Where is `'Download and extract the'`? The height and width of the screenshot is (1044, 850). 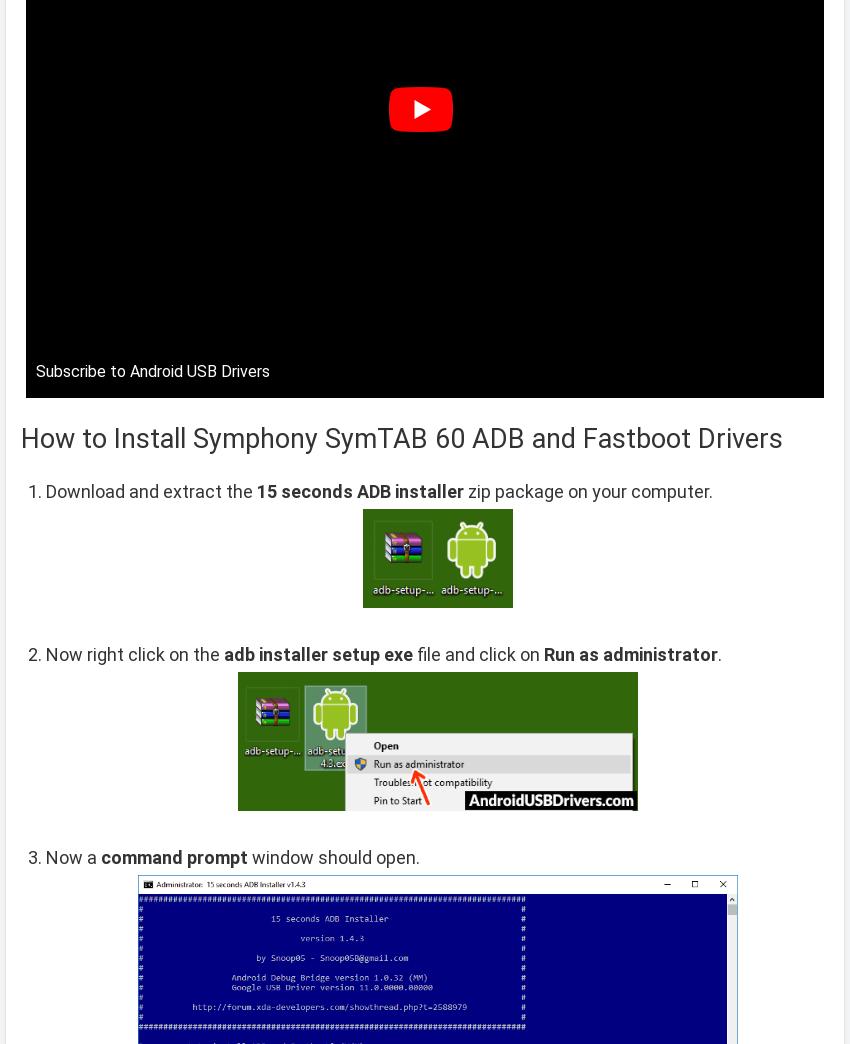
'Download and extract the' is located at coordinates (151, 491).